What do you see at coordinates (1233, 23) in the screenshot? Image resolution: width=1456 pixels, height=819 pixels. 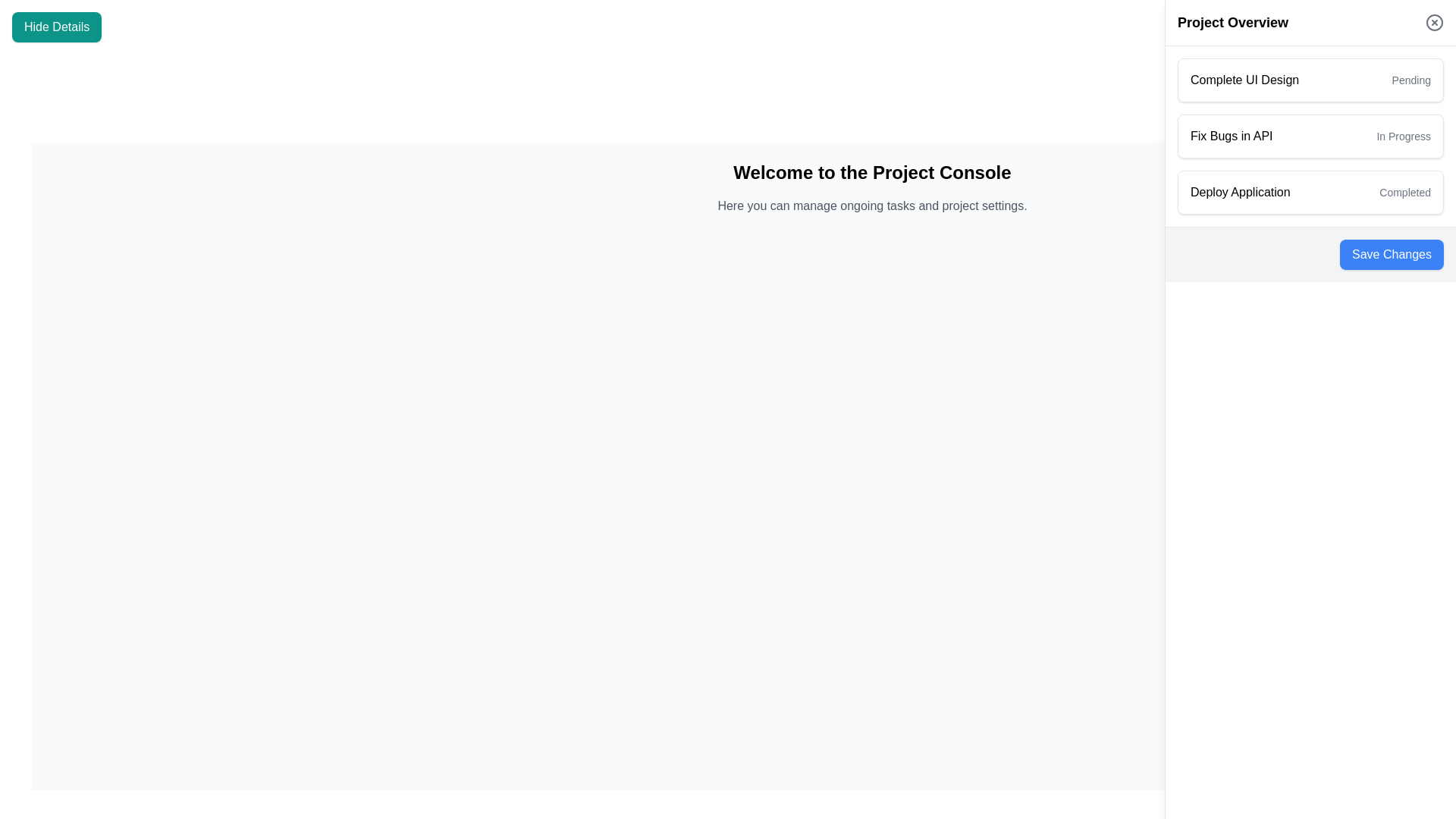 I see `the 'Project Overview' header text for accessibility by moving the mouse to its center point` at bounding box center [1233, 23].